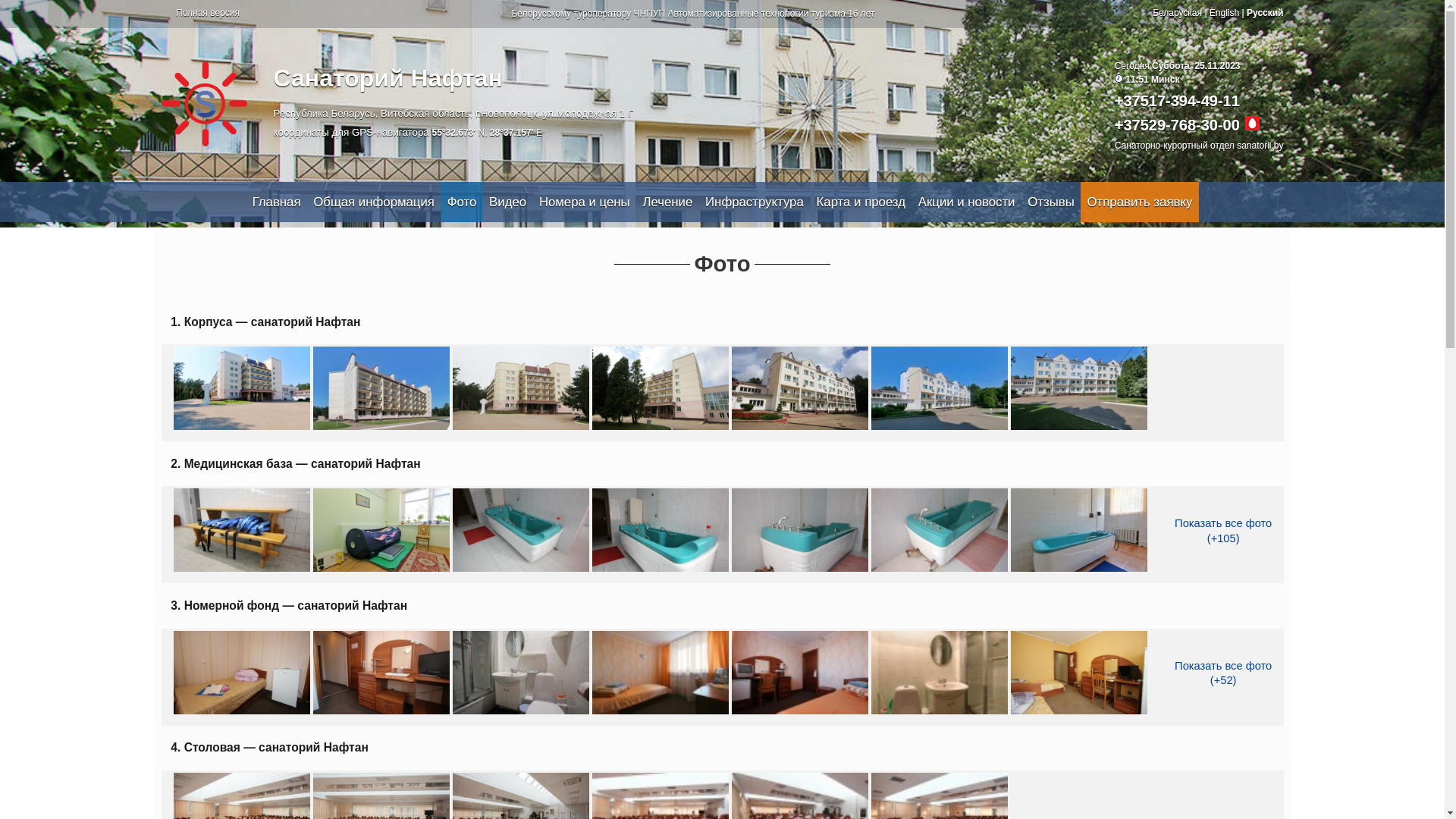 This screenshot has height=819, width=1456. Describe the element at coordinates (1224, 12) in the screenshot. I see `'English'` at that location.